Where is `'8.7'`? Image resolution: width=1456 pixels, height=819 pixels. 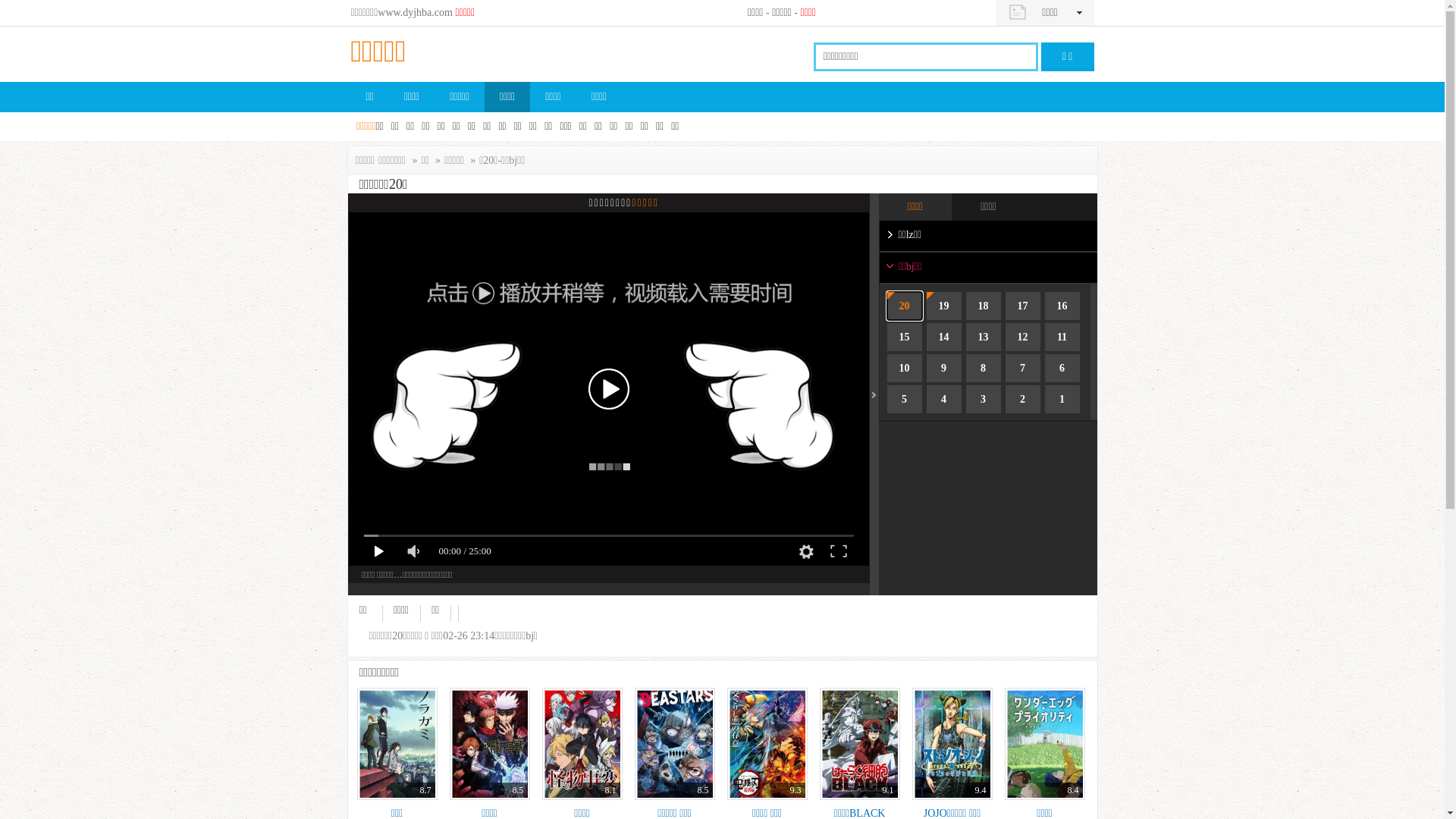 '8.7' is located at coordinates (356, 742).